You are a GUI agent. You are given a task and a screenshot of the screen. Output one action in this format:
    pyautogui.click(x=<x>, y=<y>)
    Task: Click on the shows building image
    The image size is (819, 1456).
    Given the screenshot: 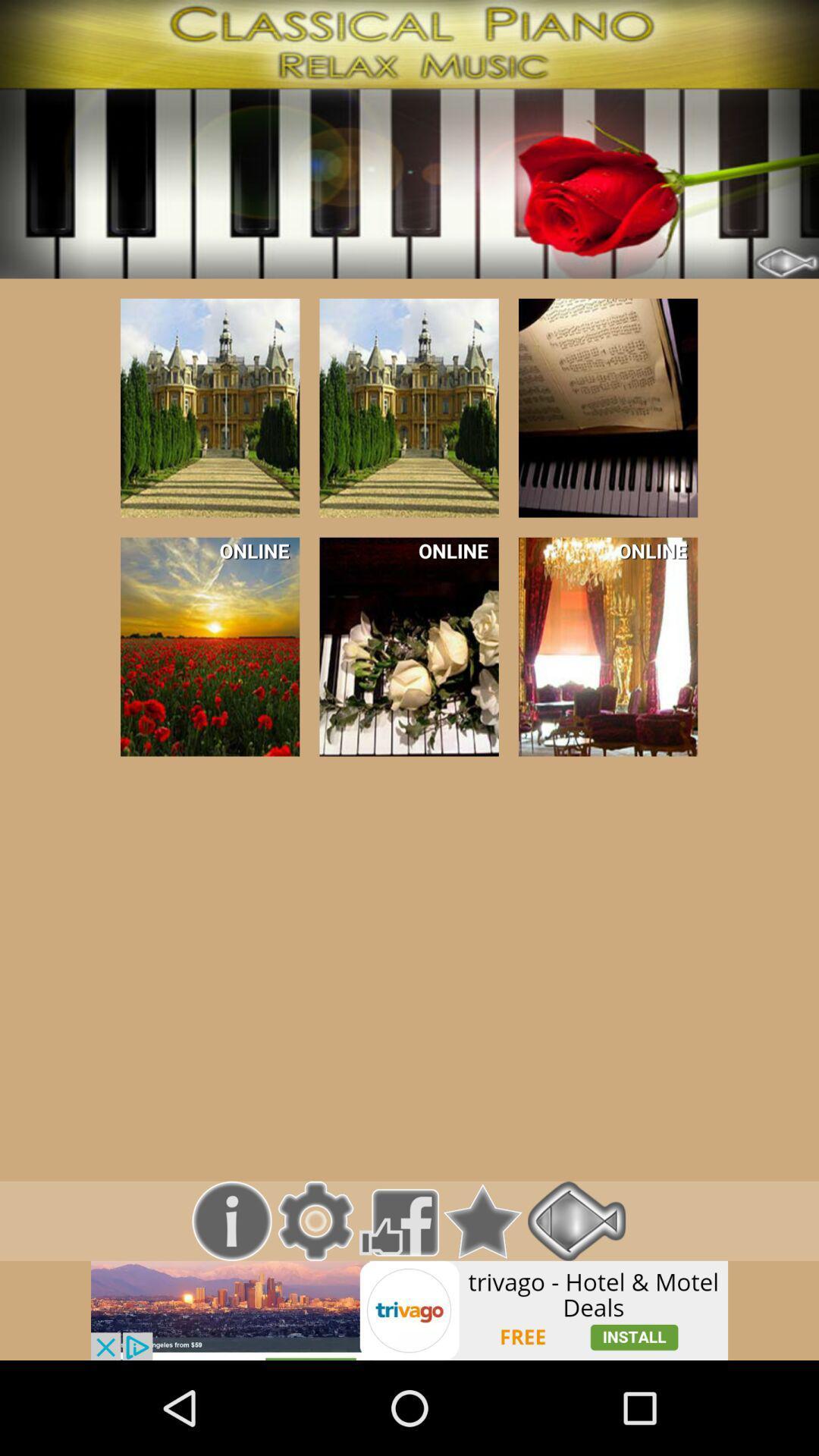 What is the action you would take?
    pyautogui.click(x=607, y=408)
    